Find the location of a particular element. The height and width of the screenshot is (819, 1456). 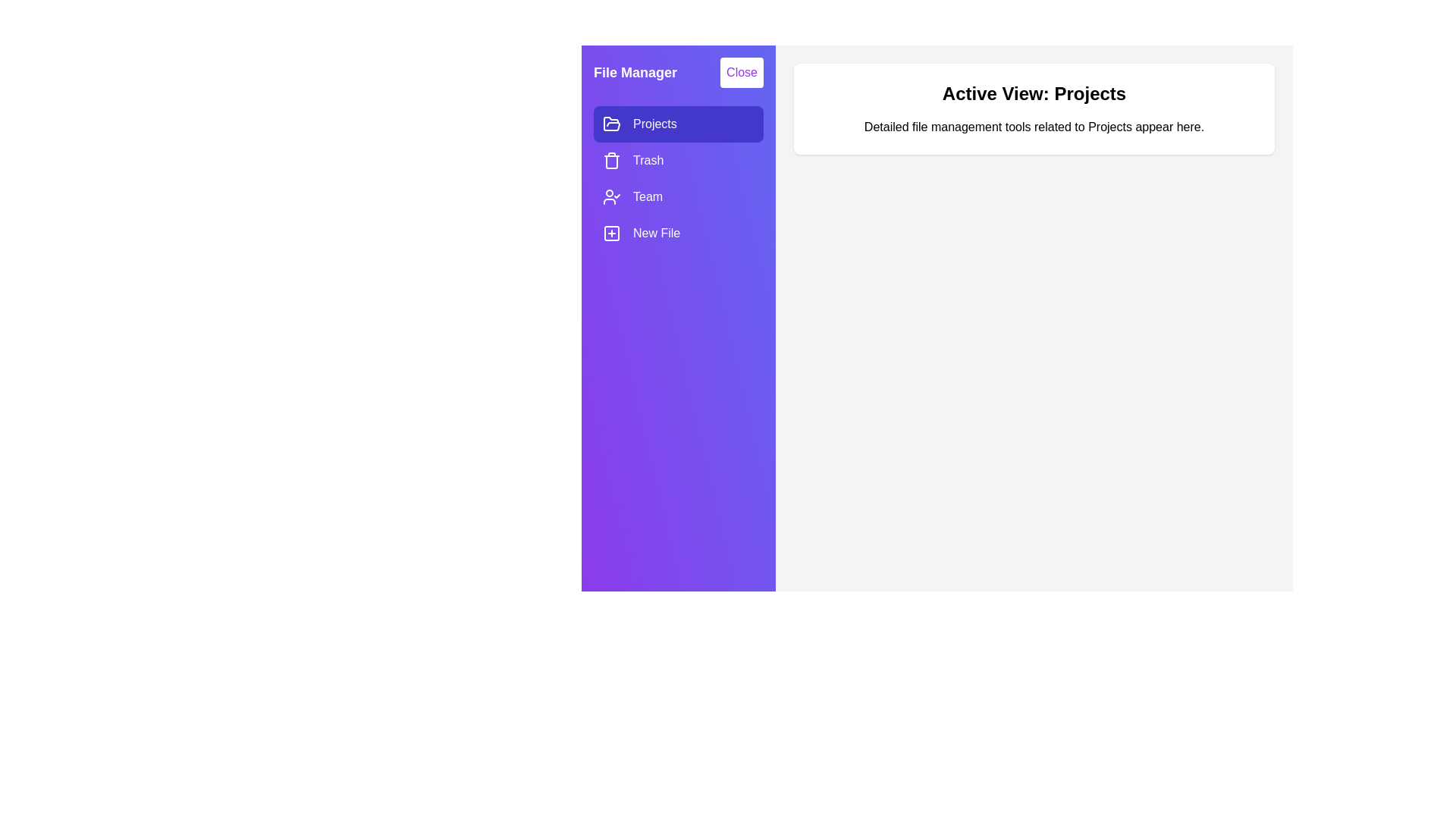

'Close' button to hide the drawer is located at coordinates (742, 73).